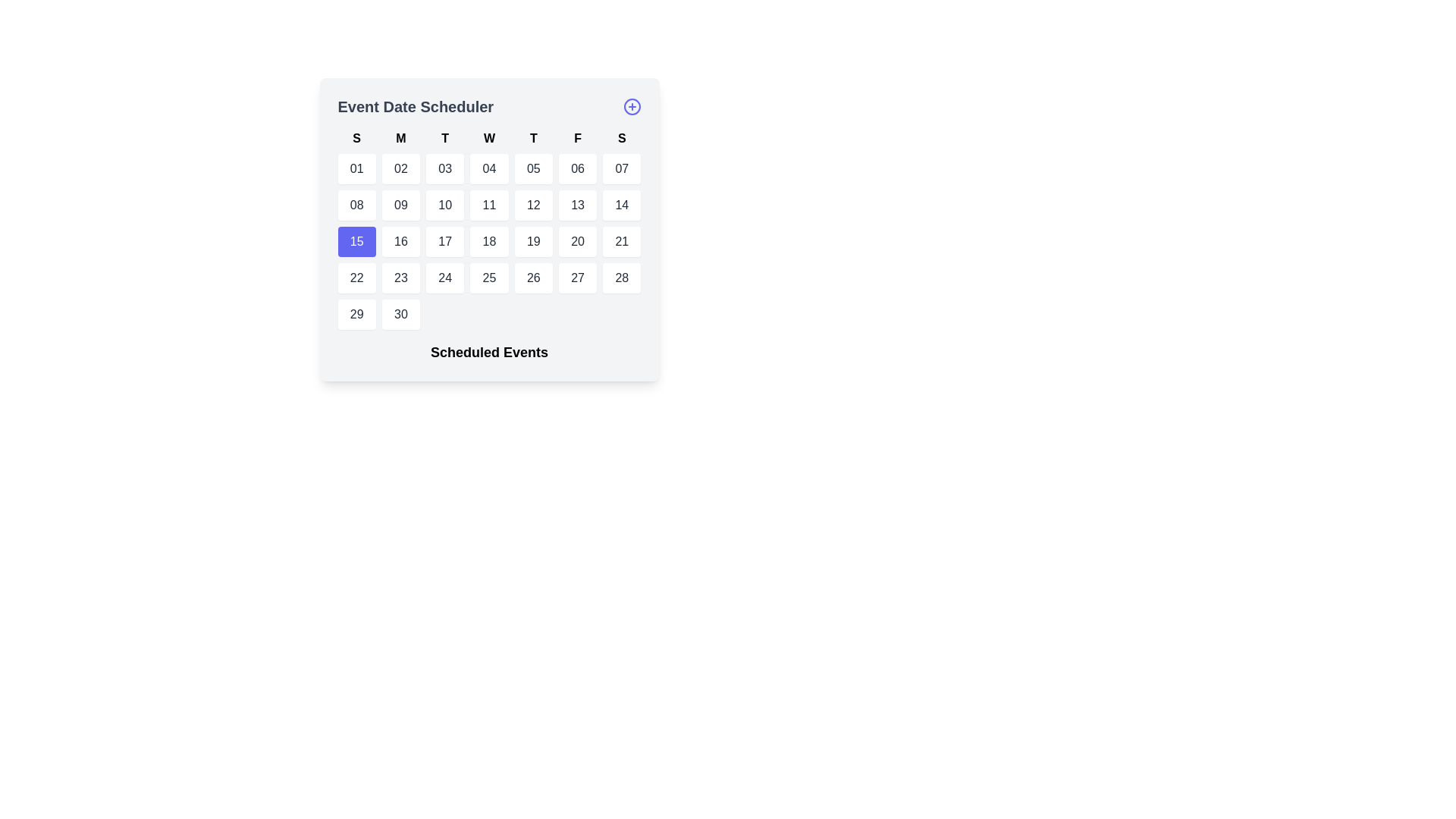 The width and height of the screenshot is (1456, 819). Describe the element at coordinates (400, 241) in the screenshot. I see `the interactive date box displaying the number '16' in dark gray text` at that location.